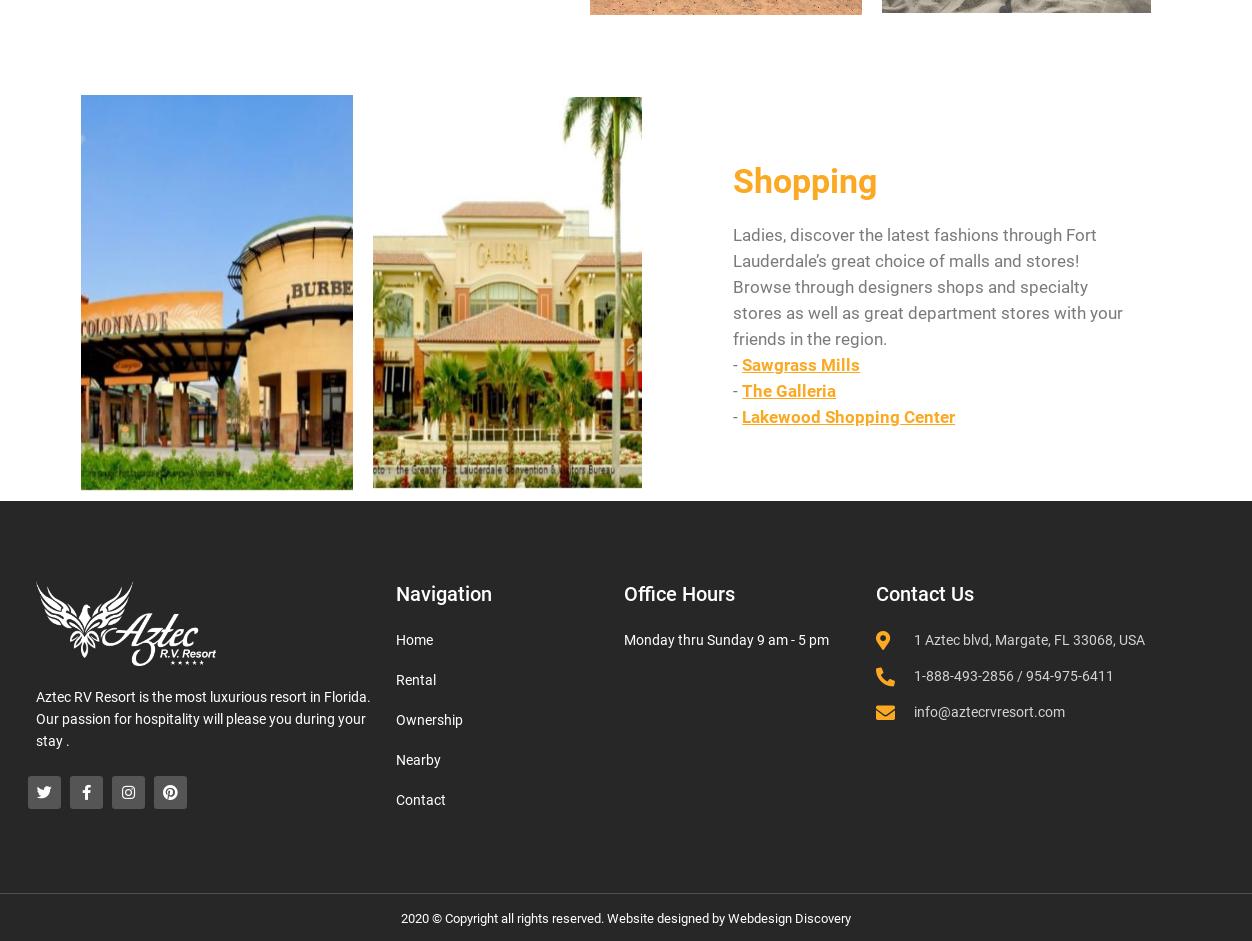 The height and width of the screenshot is (941, 1252). What do you see at coordinates (563, 917) in the screenshot?
I see `'2020 © Copyright   all rights reserved. Website designed by'` at bounding box center [563, 917].